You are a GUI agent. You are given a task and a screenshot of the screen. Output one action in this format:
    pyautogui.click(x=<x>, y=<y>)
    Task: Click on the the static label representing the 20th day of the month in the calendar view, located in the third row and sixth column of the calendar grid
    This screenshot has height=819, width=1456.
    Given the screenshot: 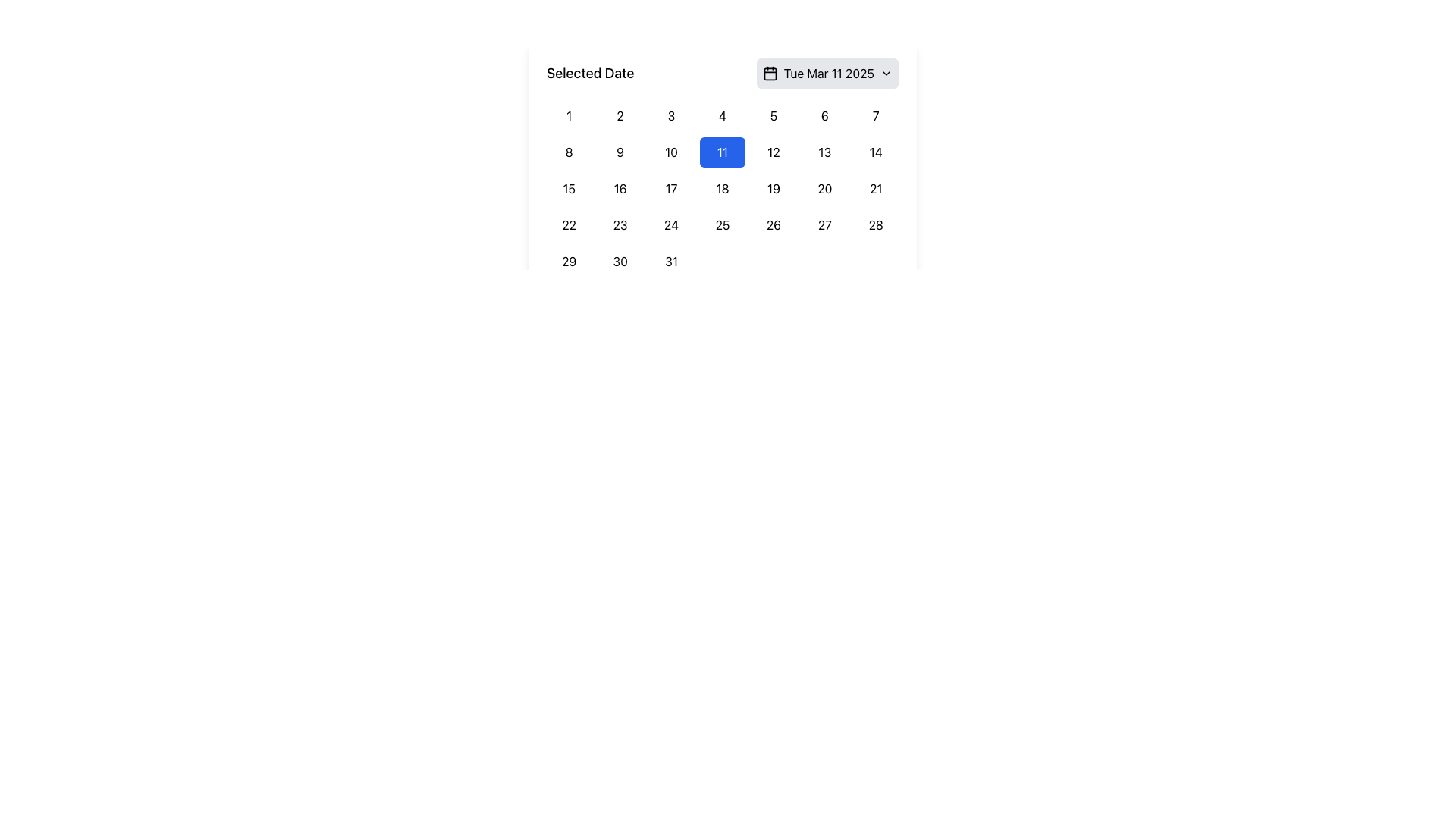 What is the action you would take?
    pyautogui.click(x=824, y=188)
    